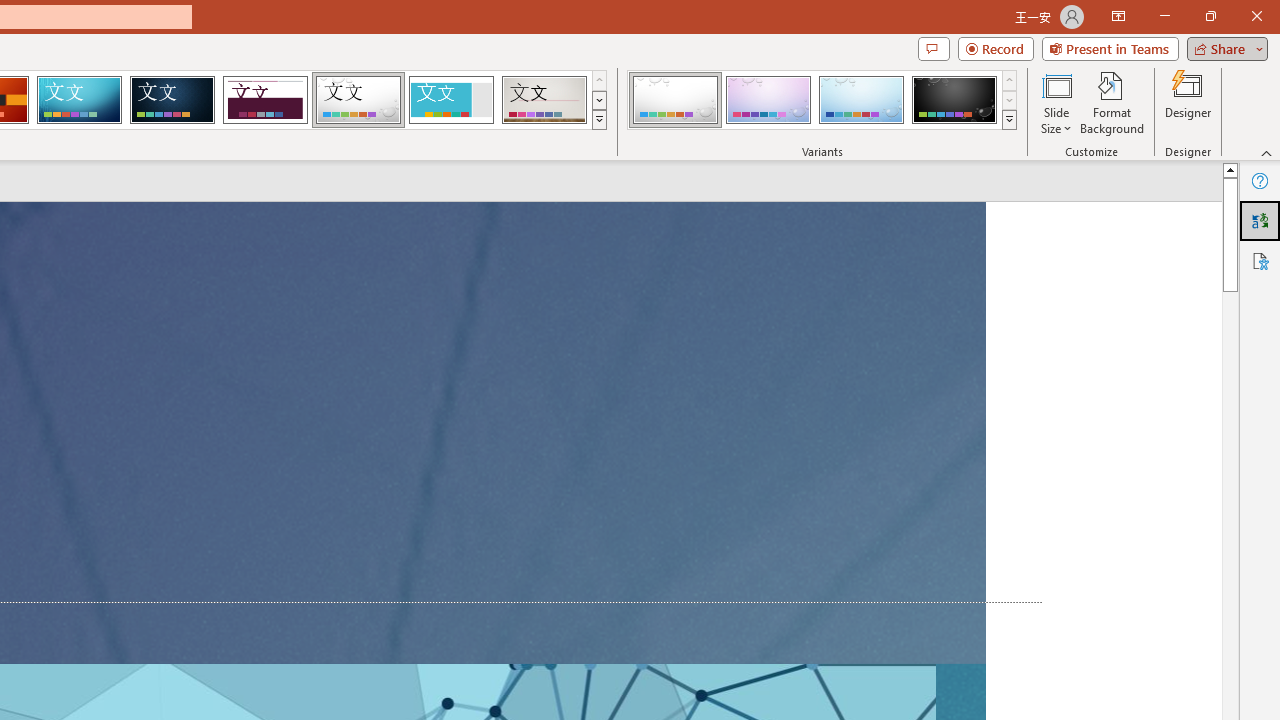  What do you see at coordinates (450, 100) in the screenshot?
I see `'Frame'` at bounding box center [450, 100].